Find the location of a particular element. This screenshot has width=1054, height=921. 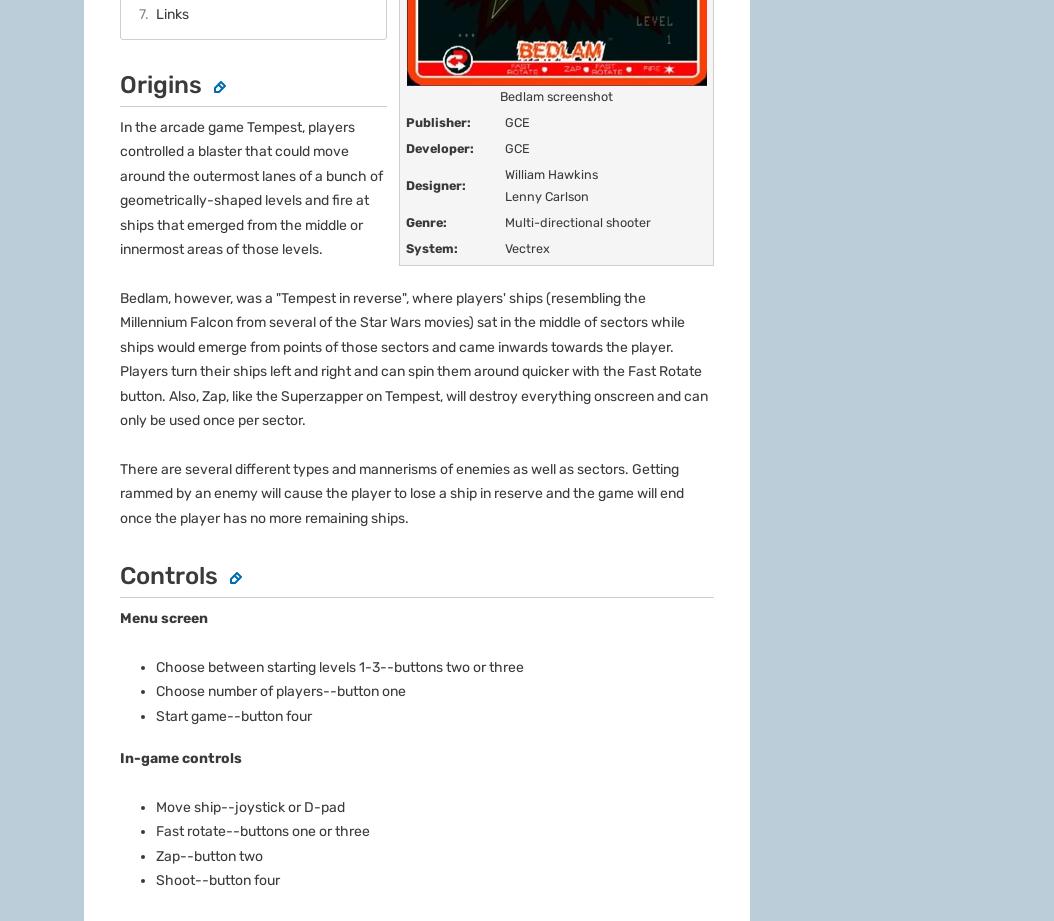

'Advertise' is located at coordinates (118, 726).